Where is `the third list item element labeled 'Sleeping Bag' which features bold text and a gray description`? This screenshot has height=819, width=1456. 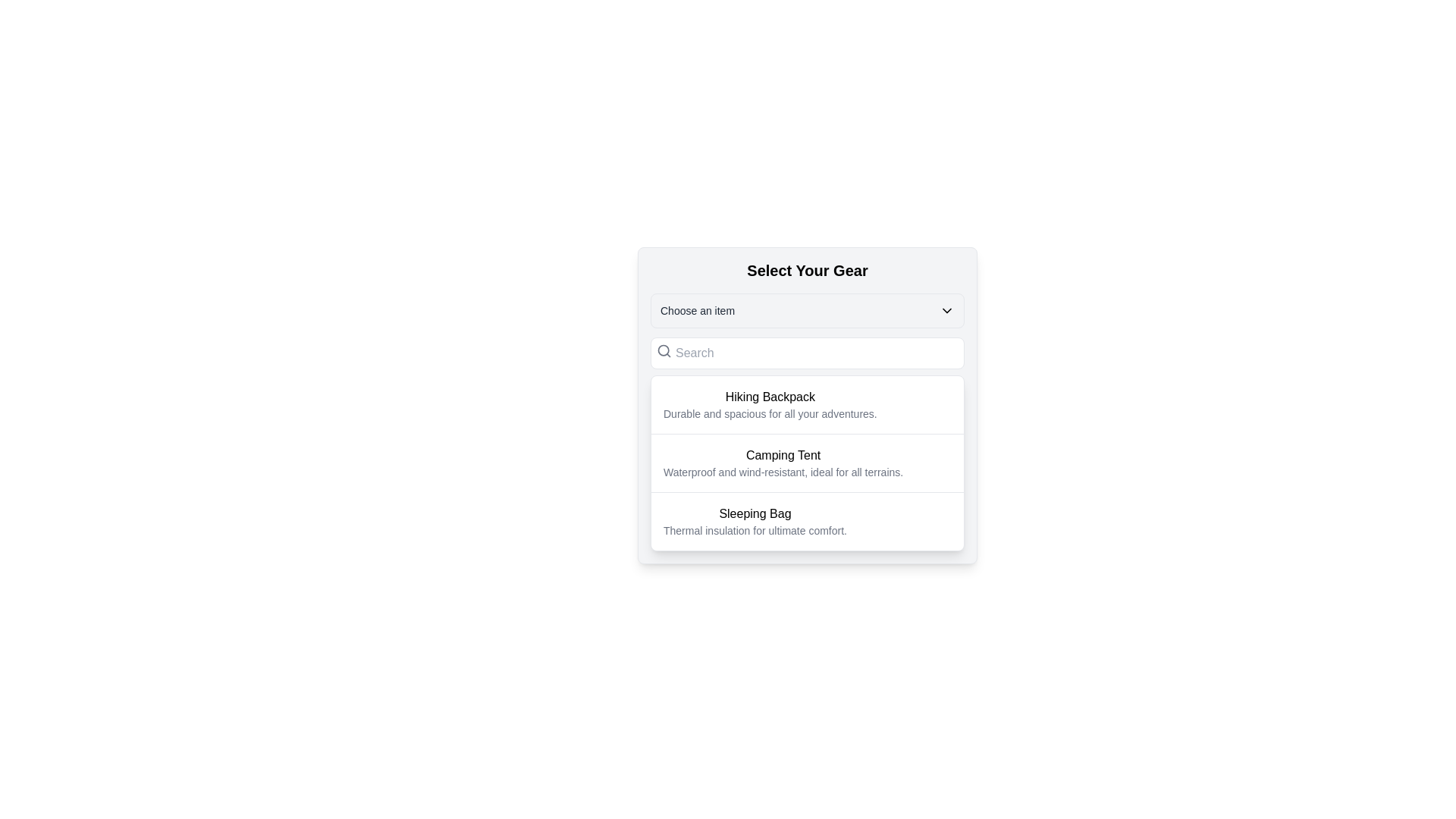 the third list item element labeled 'Sleeping Bag' which features bold text and a gray description is located at coordinates (807, 520).